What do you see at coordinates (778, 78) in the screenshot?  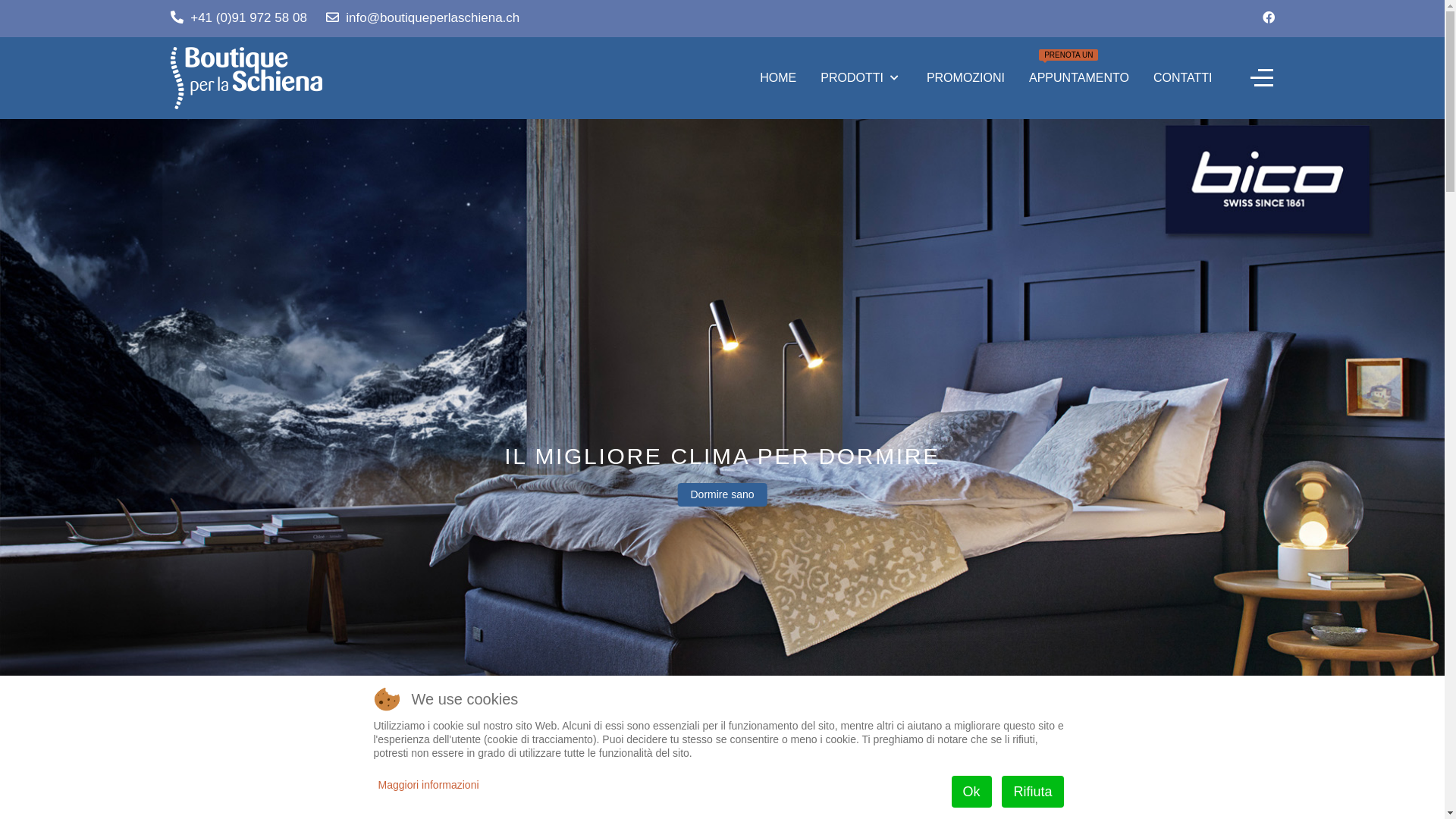 I see `'HOME'` at bounding box center [778, 78].